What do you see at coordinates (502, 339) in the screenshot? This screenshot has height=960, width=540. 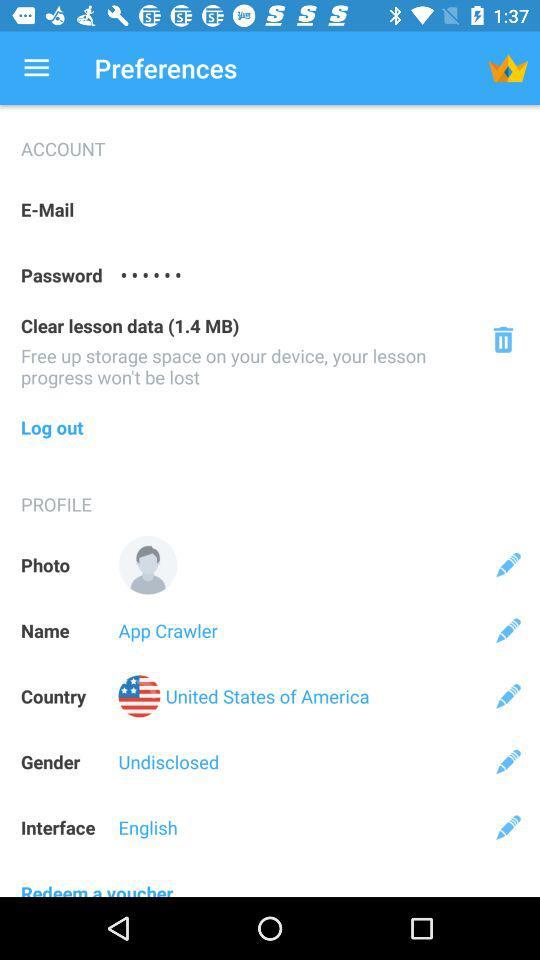 I see `the delete icon` at bounding box center [502, 339].